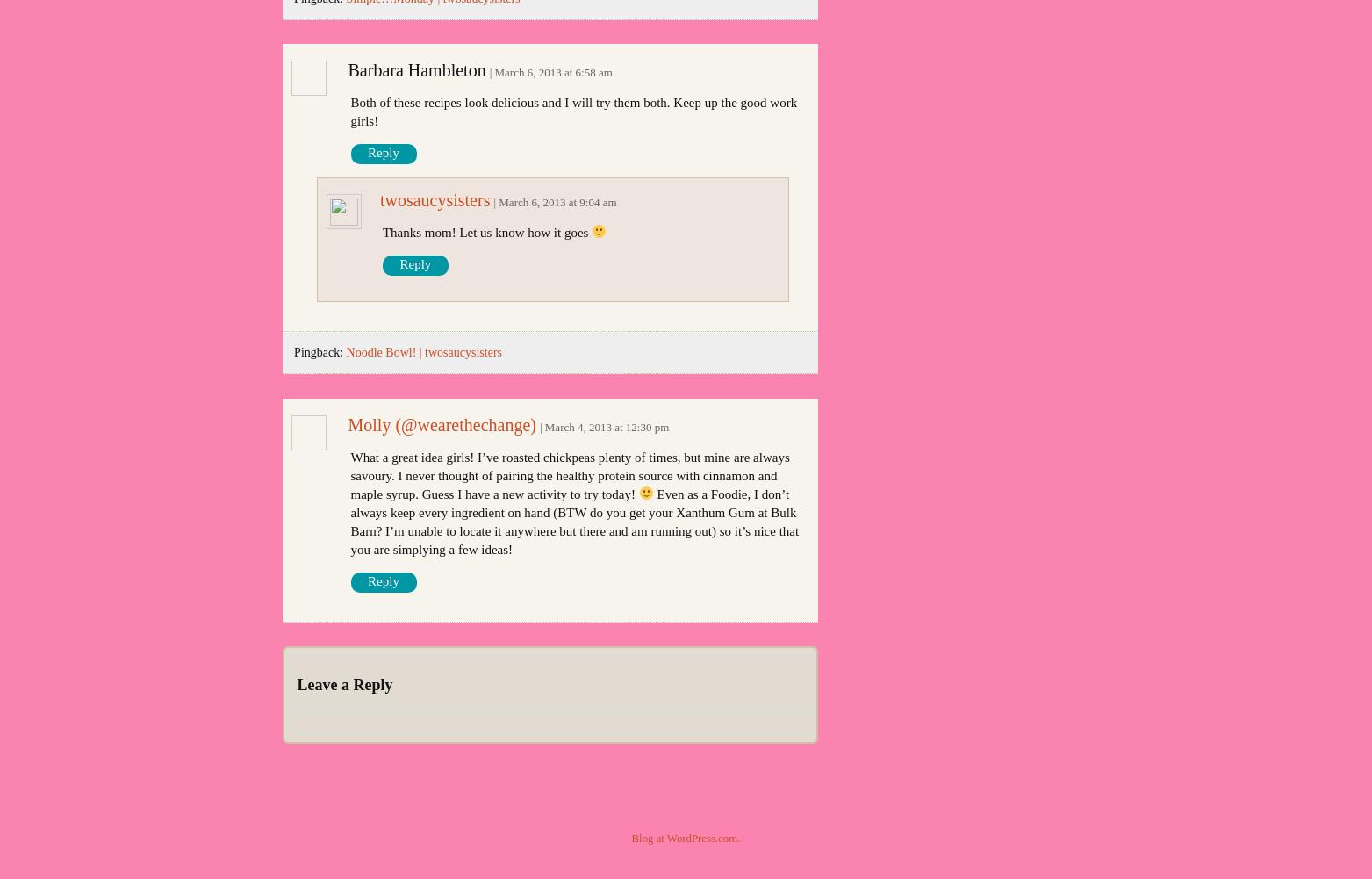 The height and width of the screenshot is (879, 1372). I want to click on 'Blog at WordPress.com.', so click(630, 836).